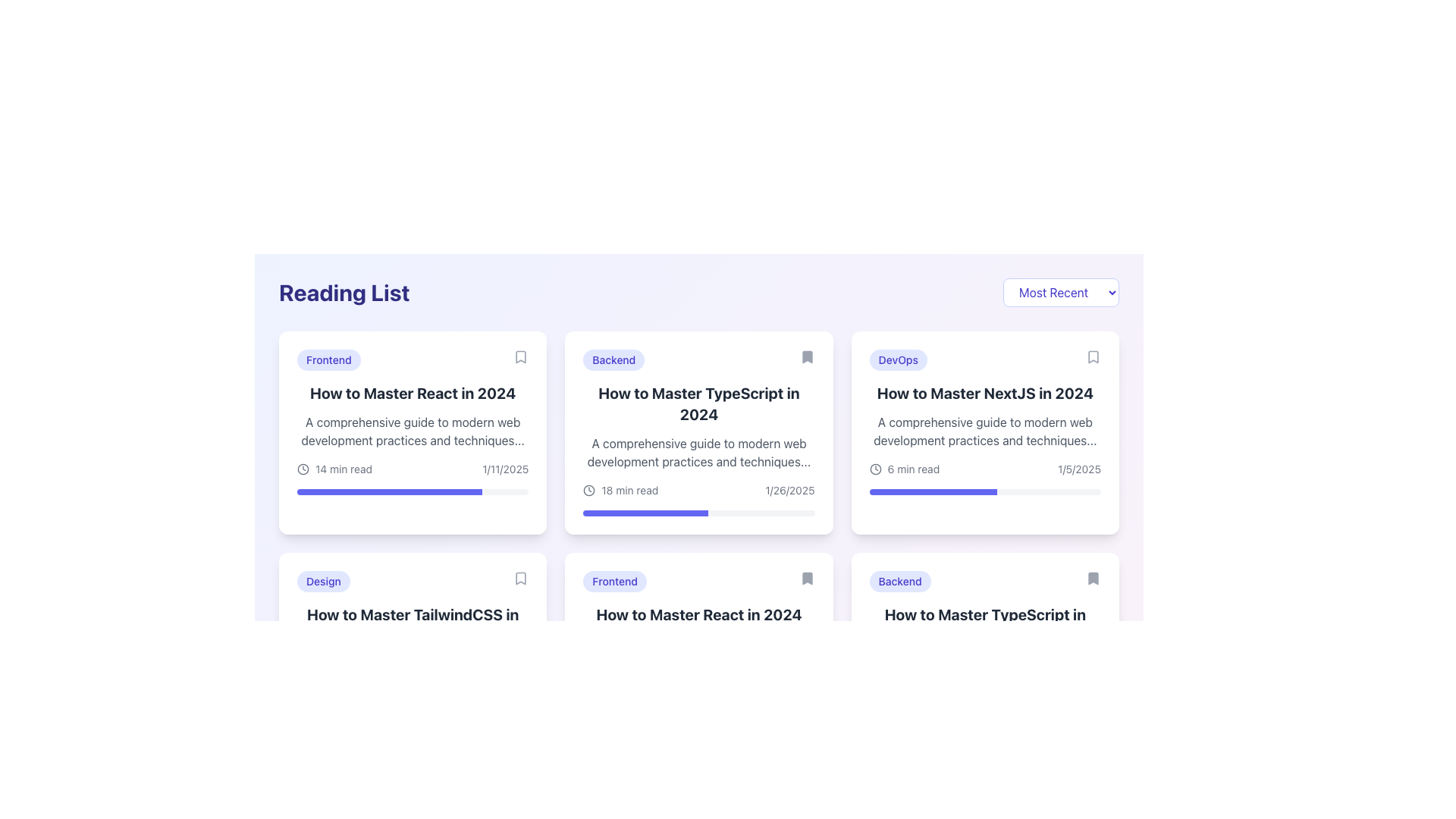 The height and width of the screenshot is (819, 1456). Describe the element at coordinates (521, 356) in the screenshot. I see `the bookmark icon button located in the top-right corner of the 'Frontend' card to focus on it using keyboard navigation` at that location.